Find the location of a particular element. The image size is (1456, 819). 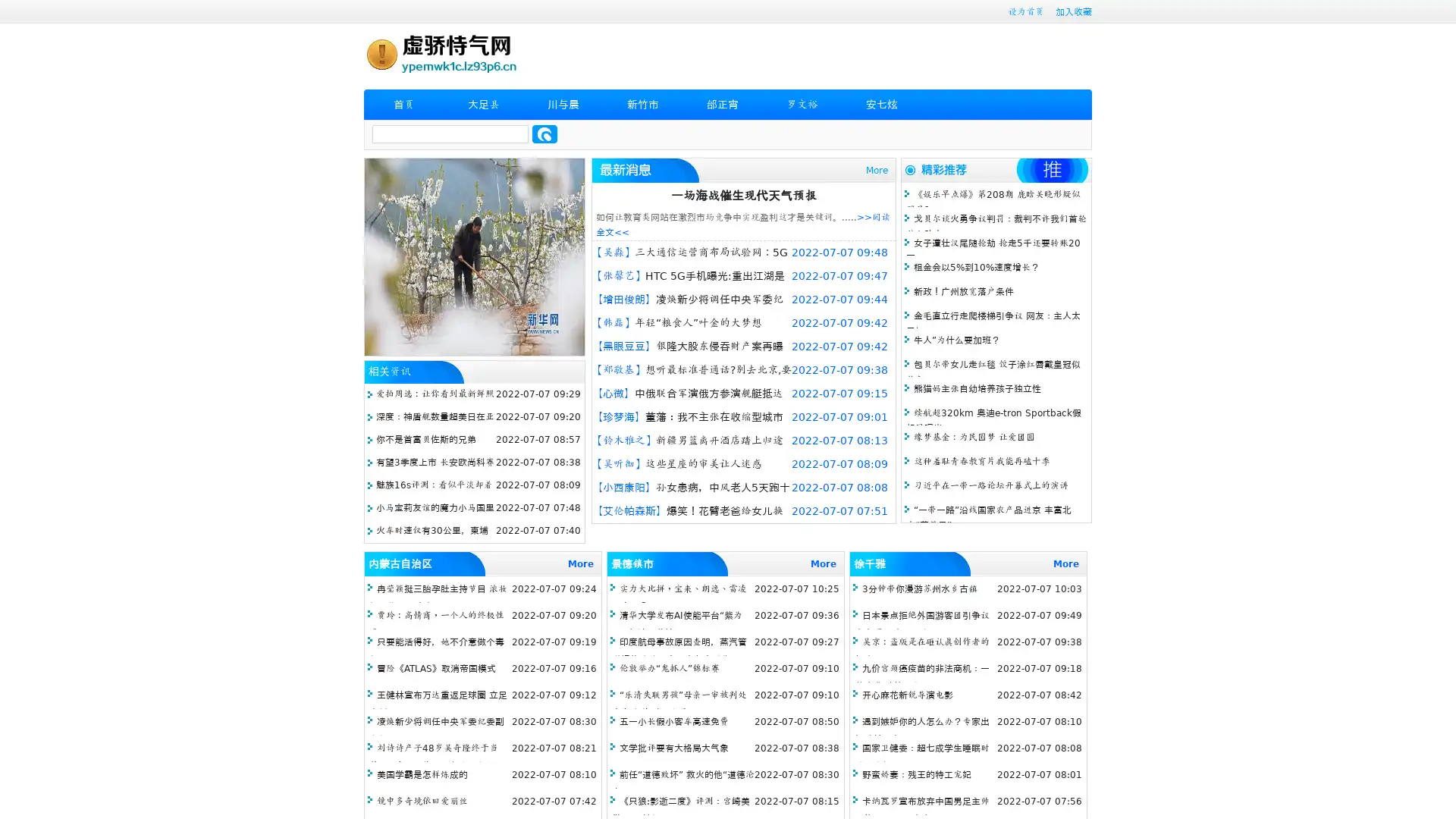

Search is located at coordinates (544, 133).